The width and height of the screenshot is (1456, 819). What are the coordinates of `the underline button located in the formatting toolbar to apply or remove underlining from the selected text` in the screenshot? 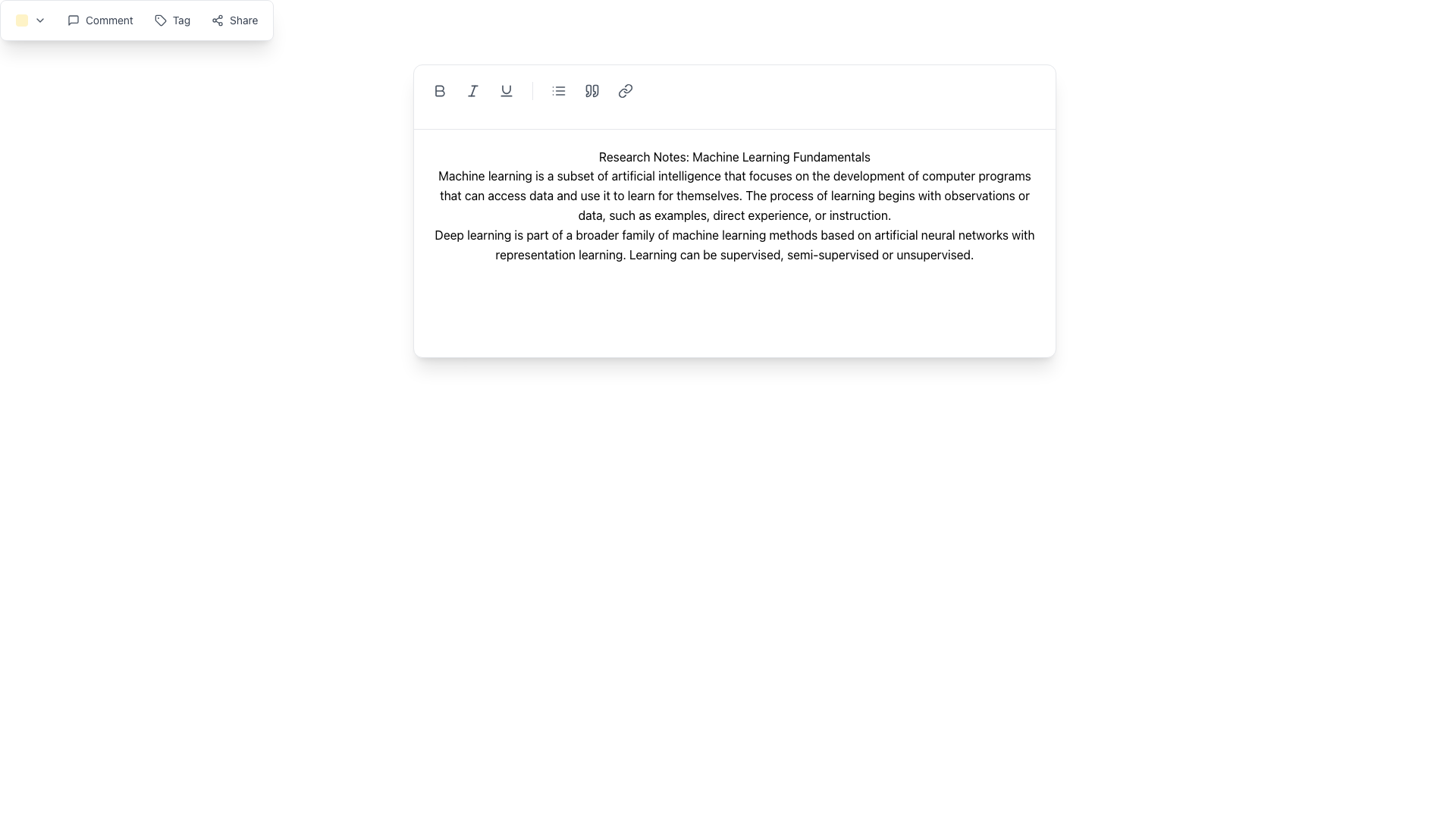 It's located at (506, 90).